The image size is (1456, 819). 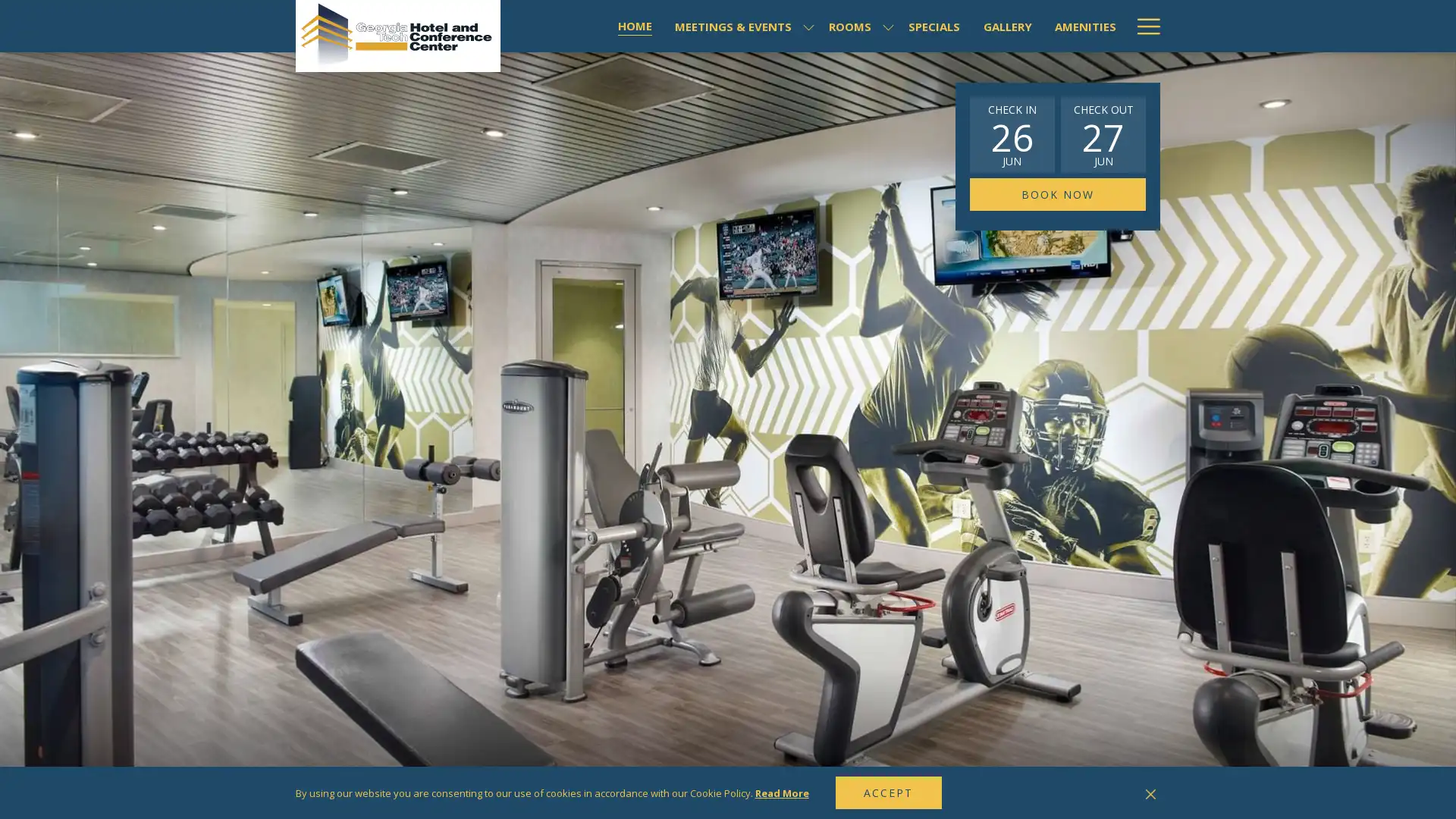 I want to click on Pause slideshow, so click(x=1133, y=793).